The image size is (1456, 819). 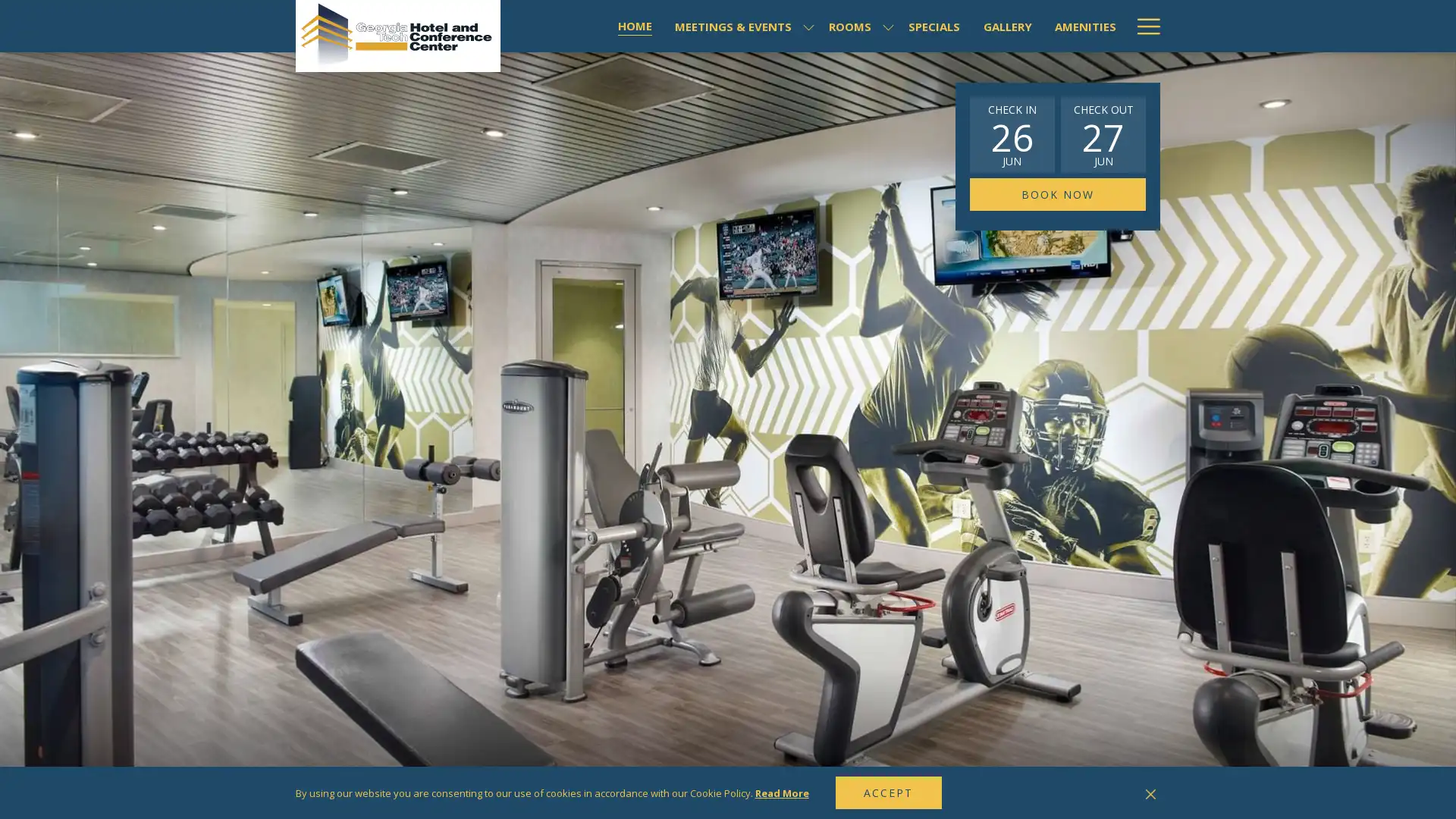 I want to click on Pause slideshow, so click(x=1133, y=793).